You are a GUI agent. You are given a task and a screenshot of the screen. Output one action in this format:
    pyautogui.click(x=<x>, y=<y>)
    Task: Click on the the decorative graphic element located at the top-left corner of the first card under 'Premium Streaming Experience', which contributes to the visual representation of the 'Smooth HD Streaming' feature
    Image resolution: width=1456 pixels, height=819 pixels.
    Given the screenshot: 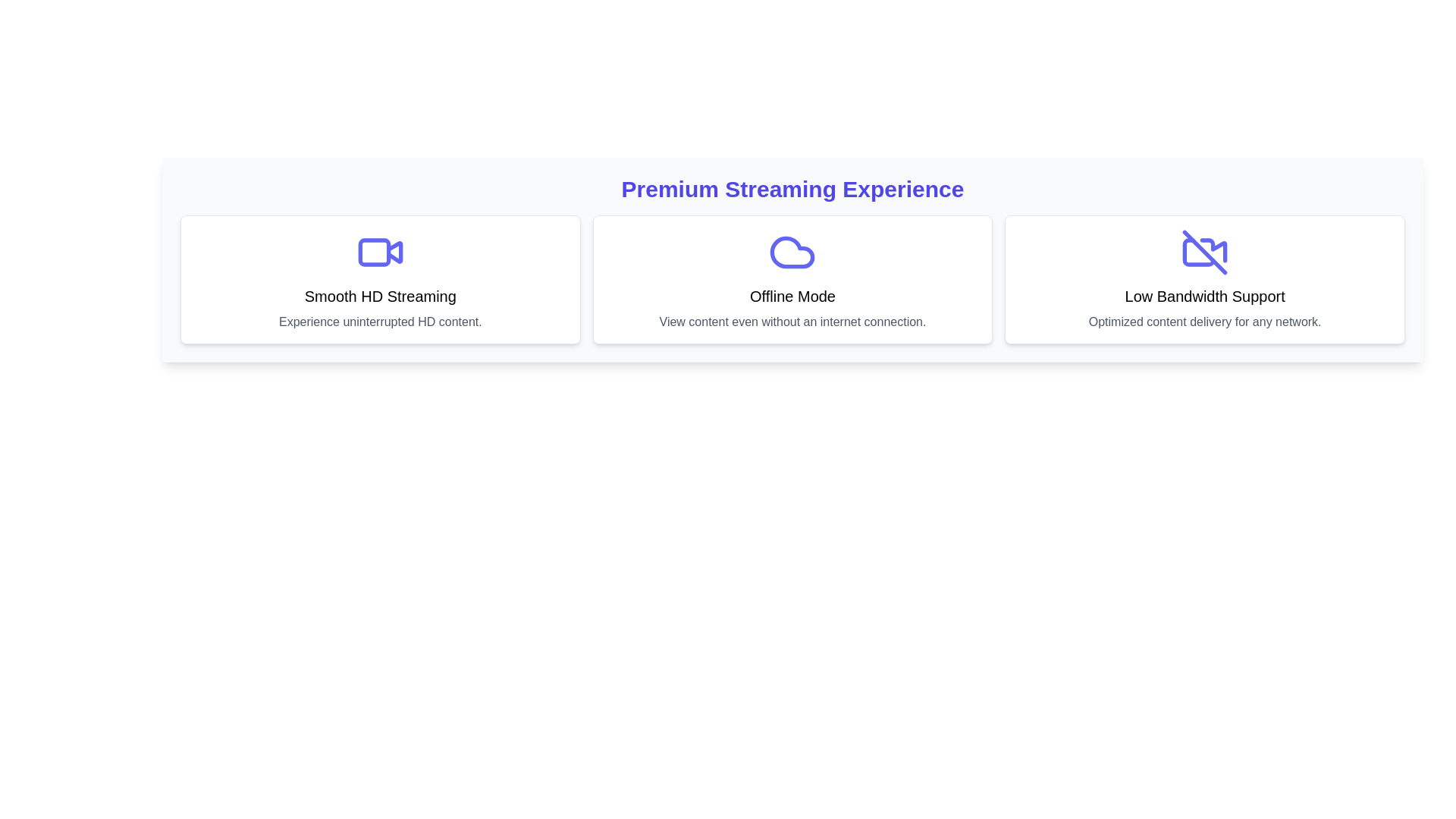 What is the action you would take?
    pyautogui.click(x=374, y=251)
    